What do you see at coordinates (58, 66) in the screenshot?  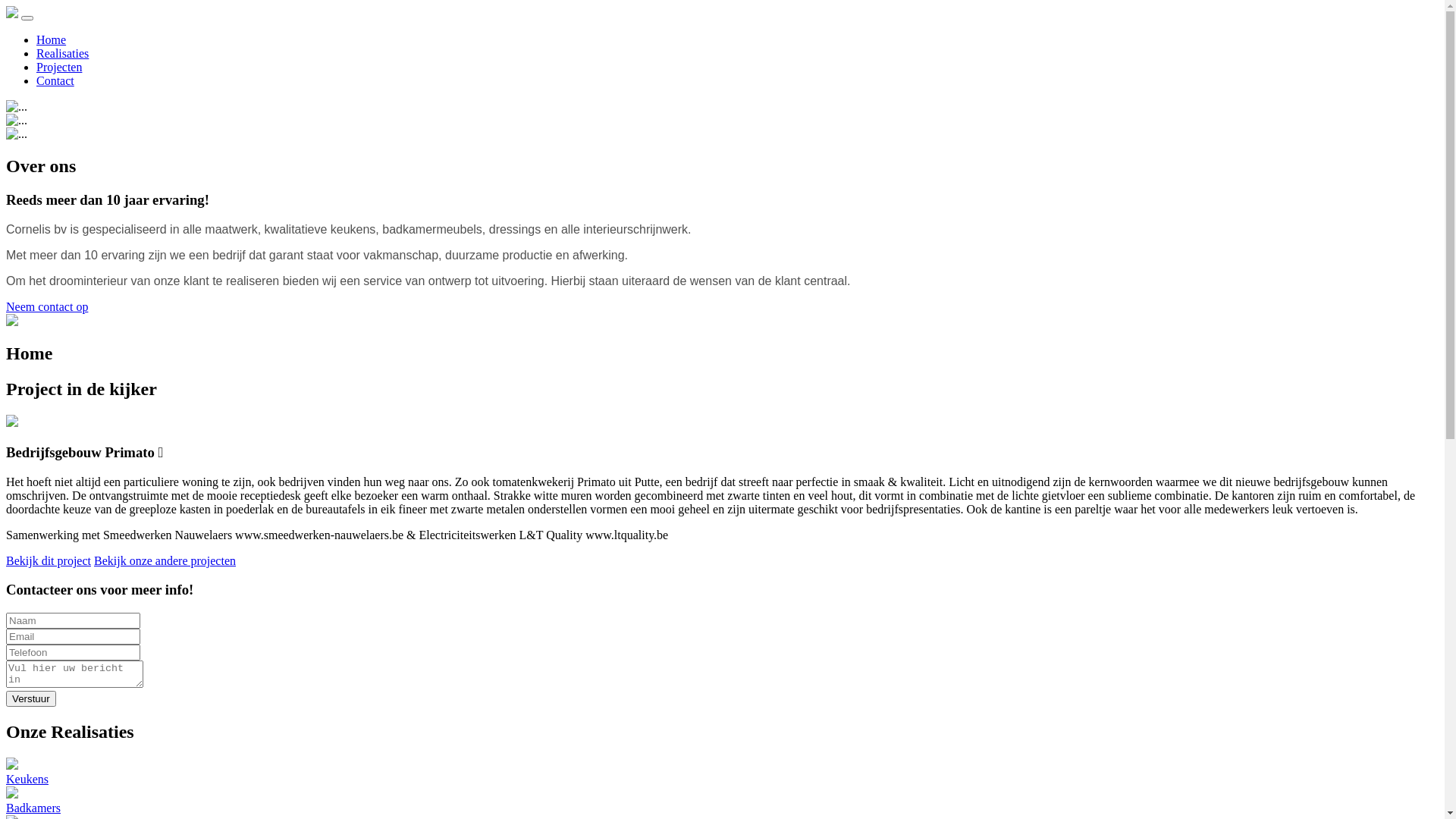 I see `'Projecten'` at bounding box center [58, 66].